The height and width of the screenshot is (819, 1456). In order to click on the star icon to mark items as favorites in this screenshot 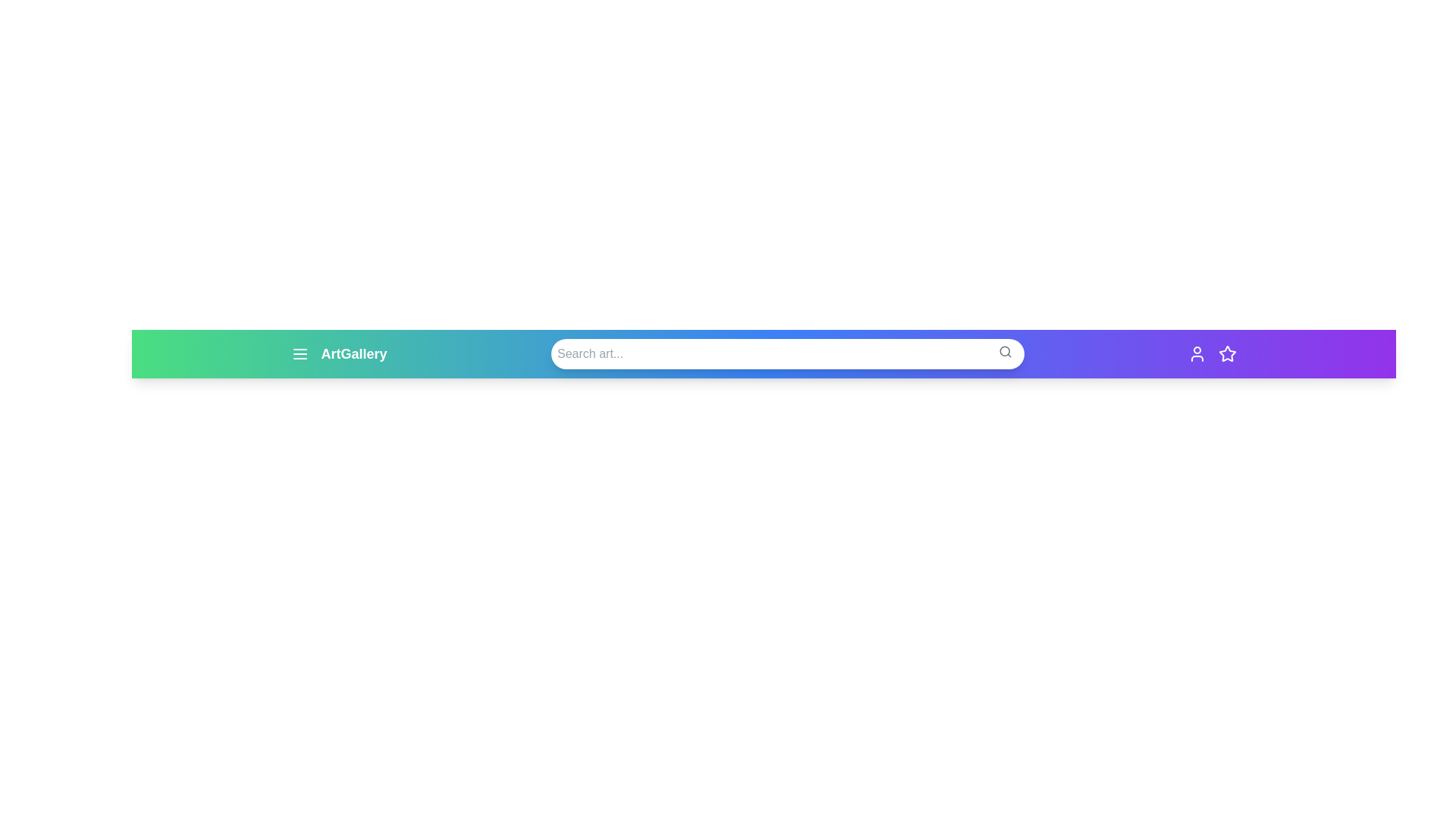, I will do `click(1228, 353)`.